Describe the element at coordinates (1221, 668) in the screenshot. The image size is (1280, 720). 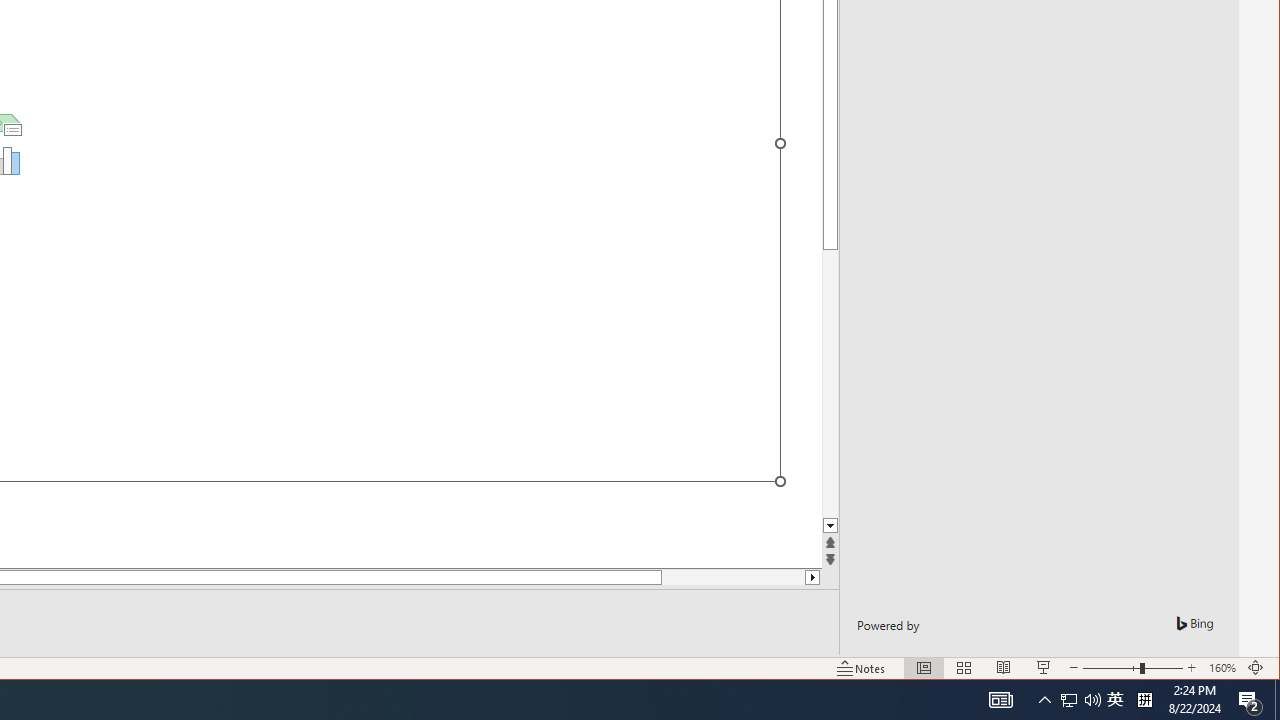
I see `'Zoom 160%'` at that location.